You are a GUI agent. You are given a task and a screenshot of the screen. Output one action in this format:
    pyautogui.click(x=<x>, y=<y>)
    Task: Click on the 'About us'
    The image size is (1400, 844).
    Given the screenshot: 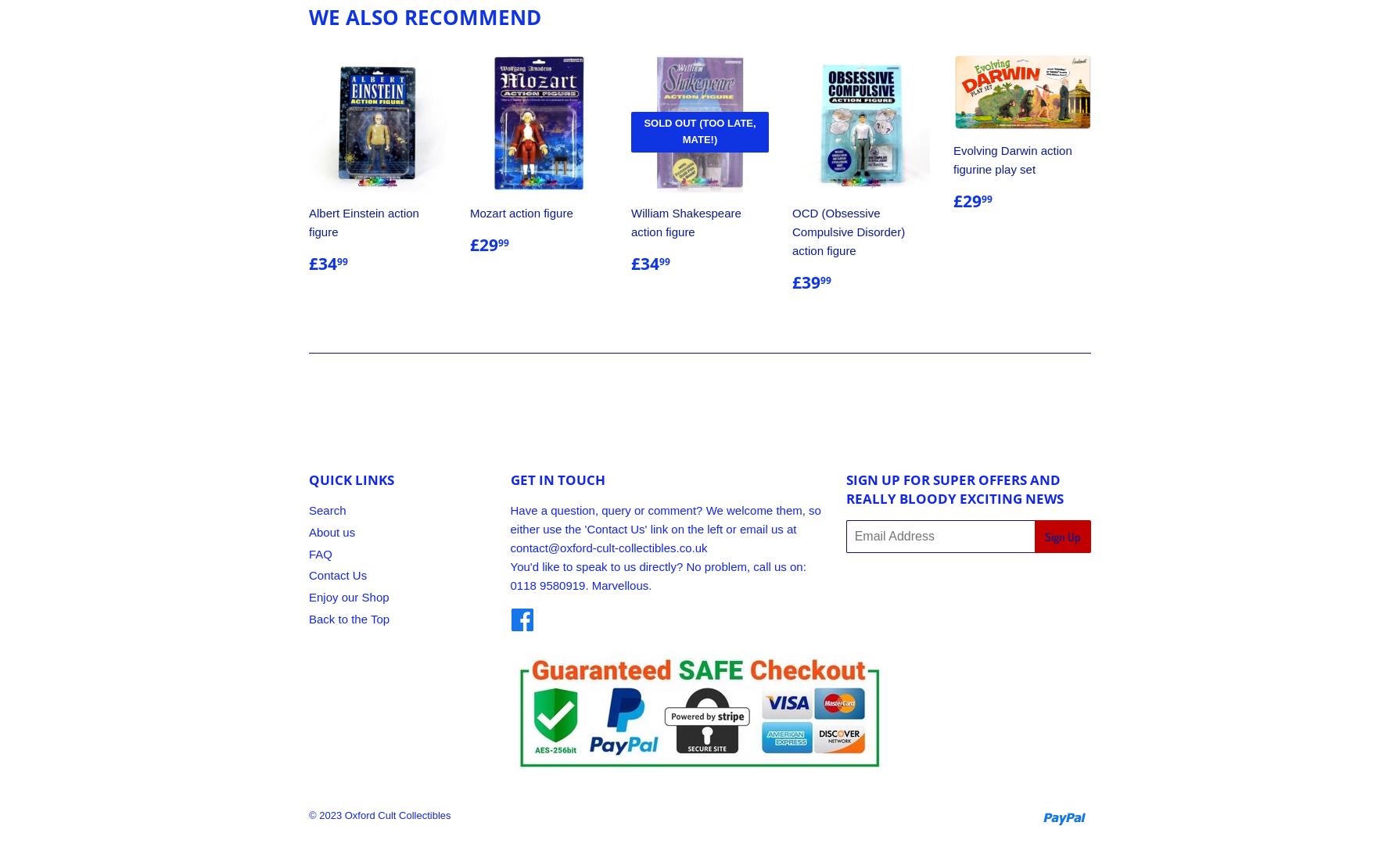 What is the action you would take?
    pyautogui.click(x=332, y=531)
    